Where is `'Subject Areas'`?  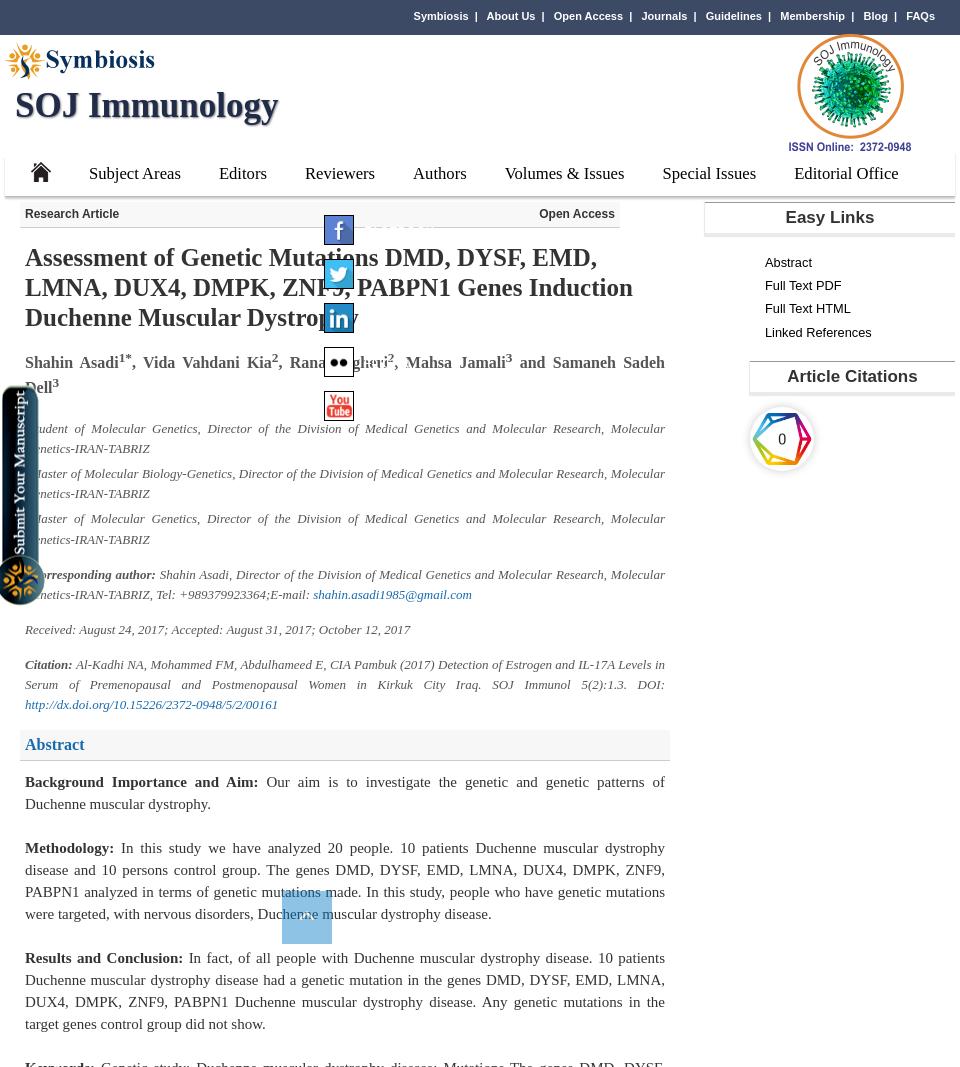
'Subject Areas' is located at coordinates (133, 172).